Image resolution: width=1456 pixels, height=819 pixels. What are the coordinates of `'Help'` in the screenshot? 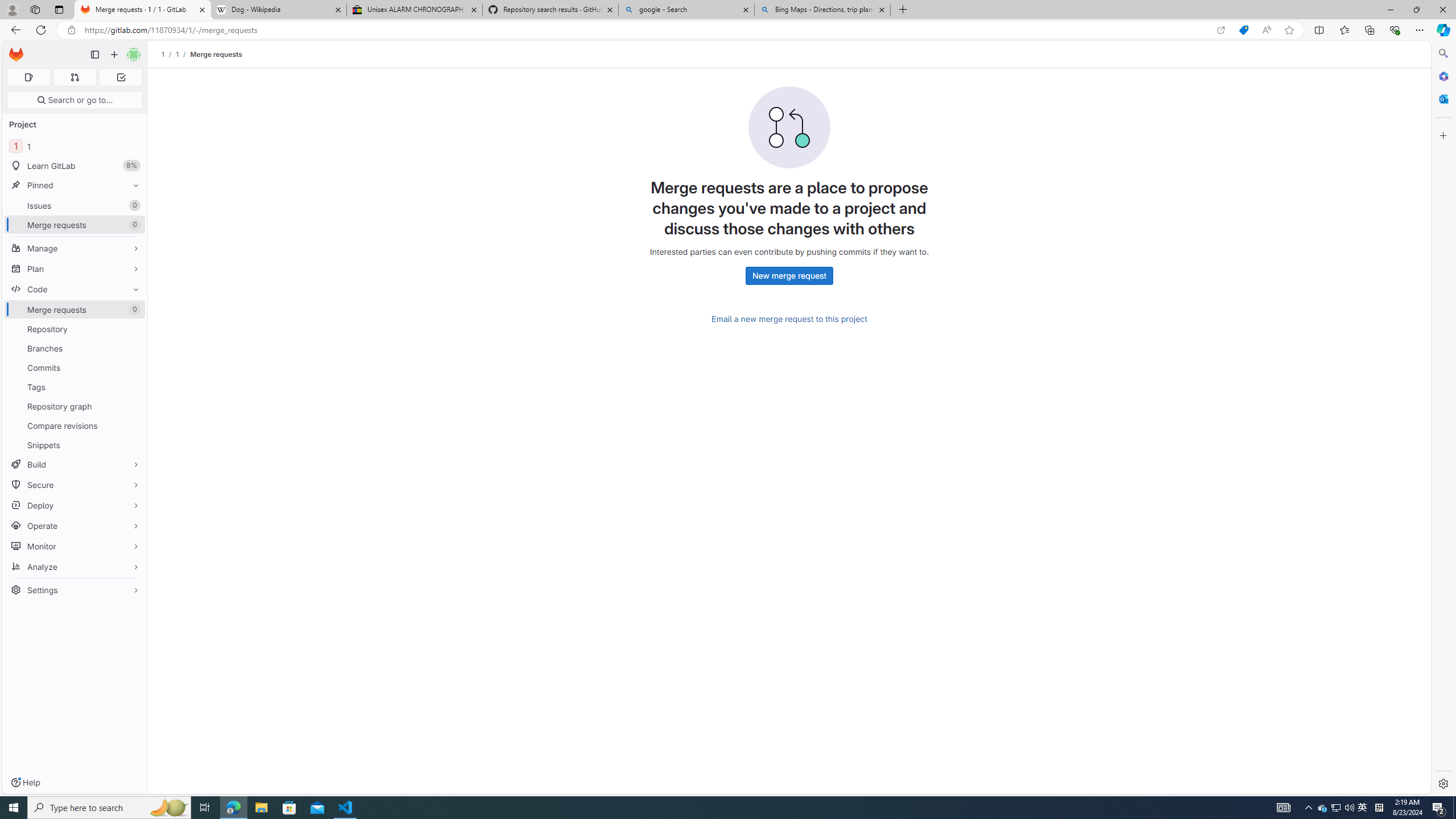 It's located at (25, 781).